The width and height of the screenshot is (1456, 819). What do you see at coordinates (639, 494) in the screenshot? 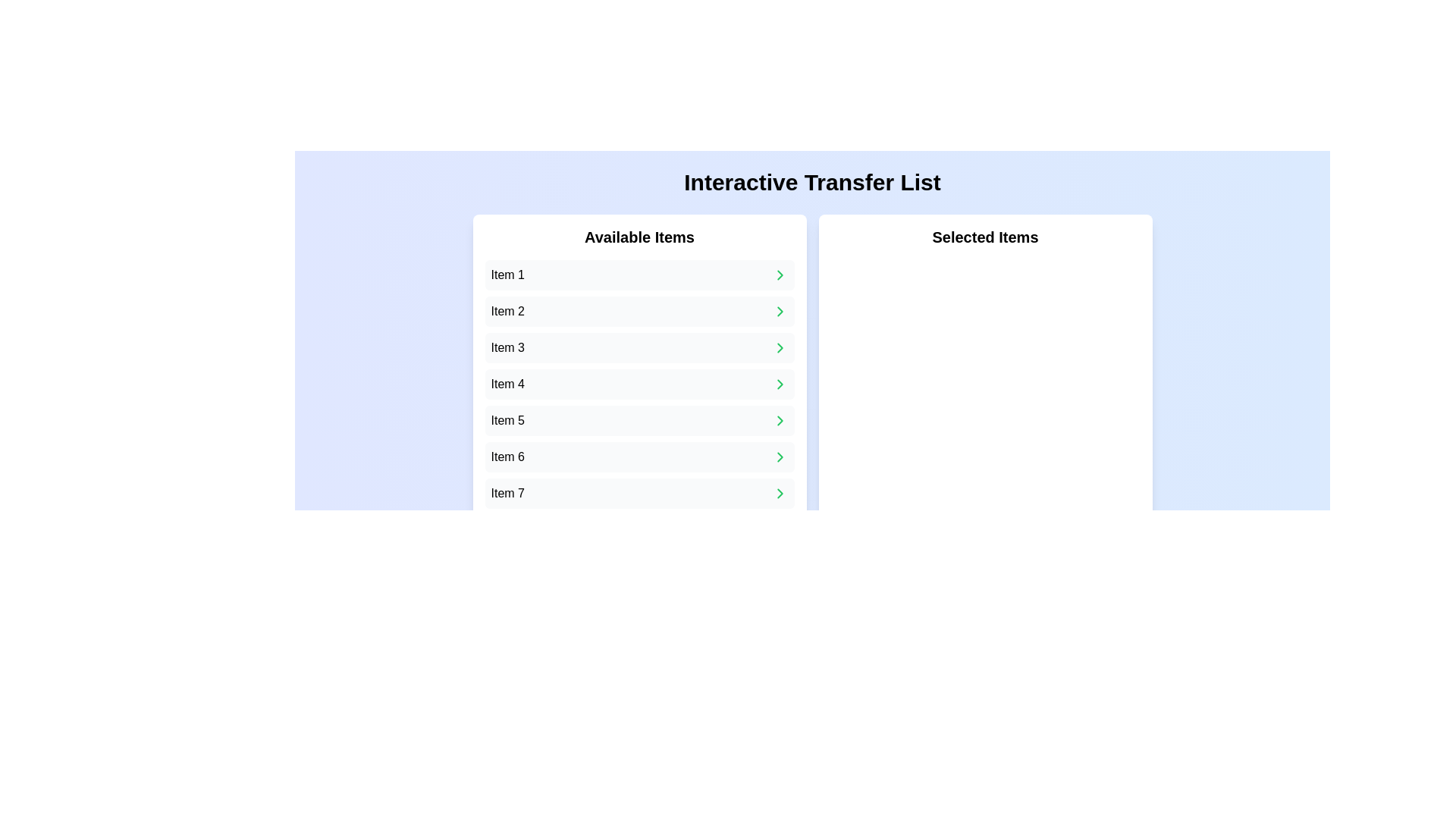
I see `the Interactive List Item titled 'Item 7' in the 'Available Items' list` at bounding box center [639, 494].